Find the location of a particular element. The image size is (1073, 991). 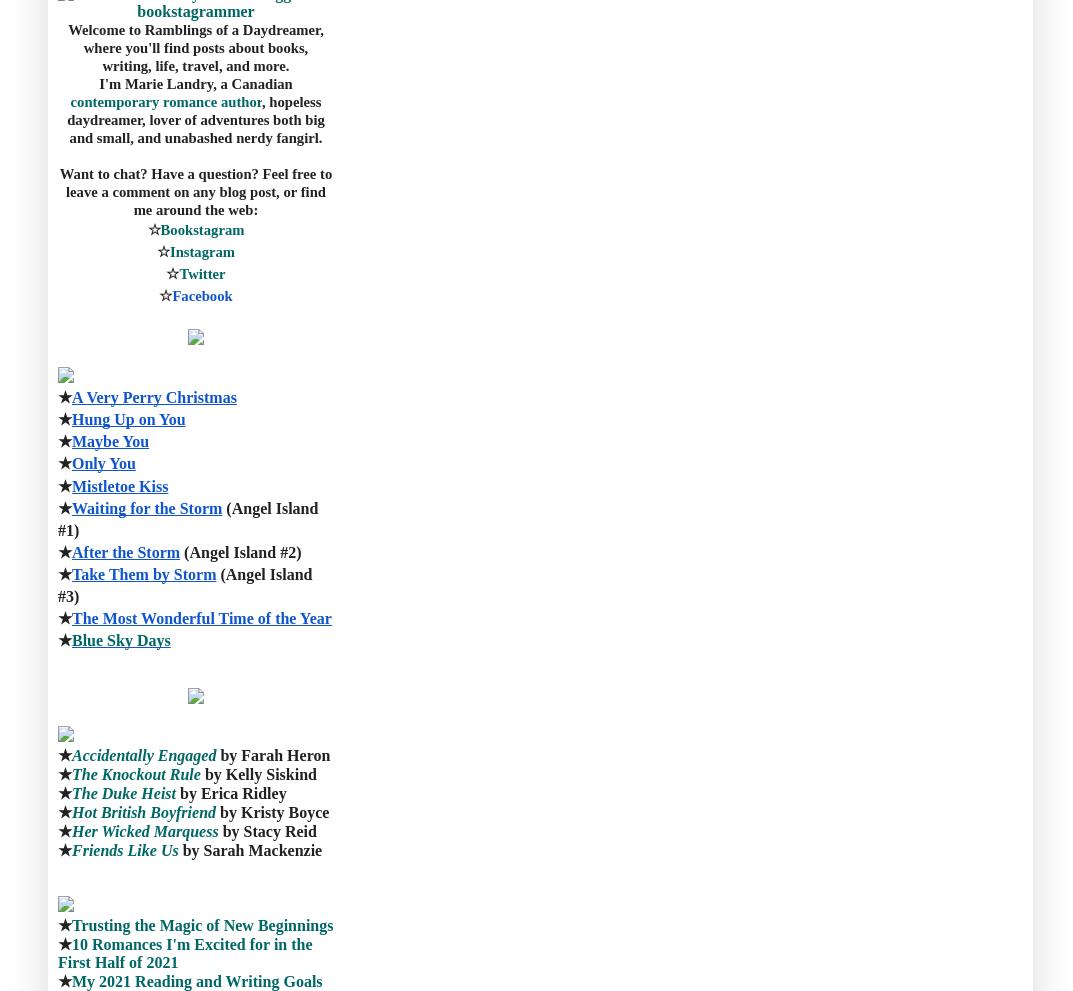

'Her Wicked Marquess' is located at coordinates (143, 830).